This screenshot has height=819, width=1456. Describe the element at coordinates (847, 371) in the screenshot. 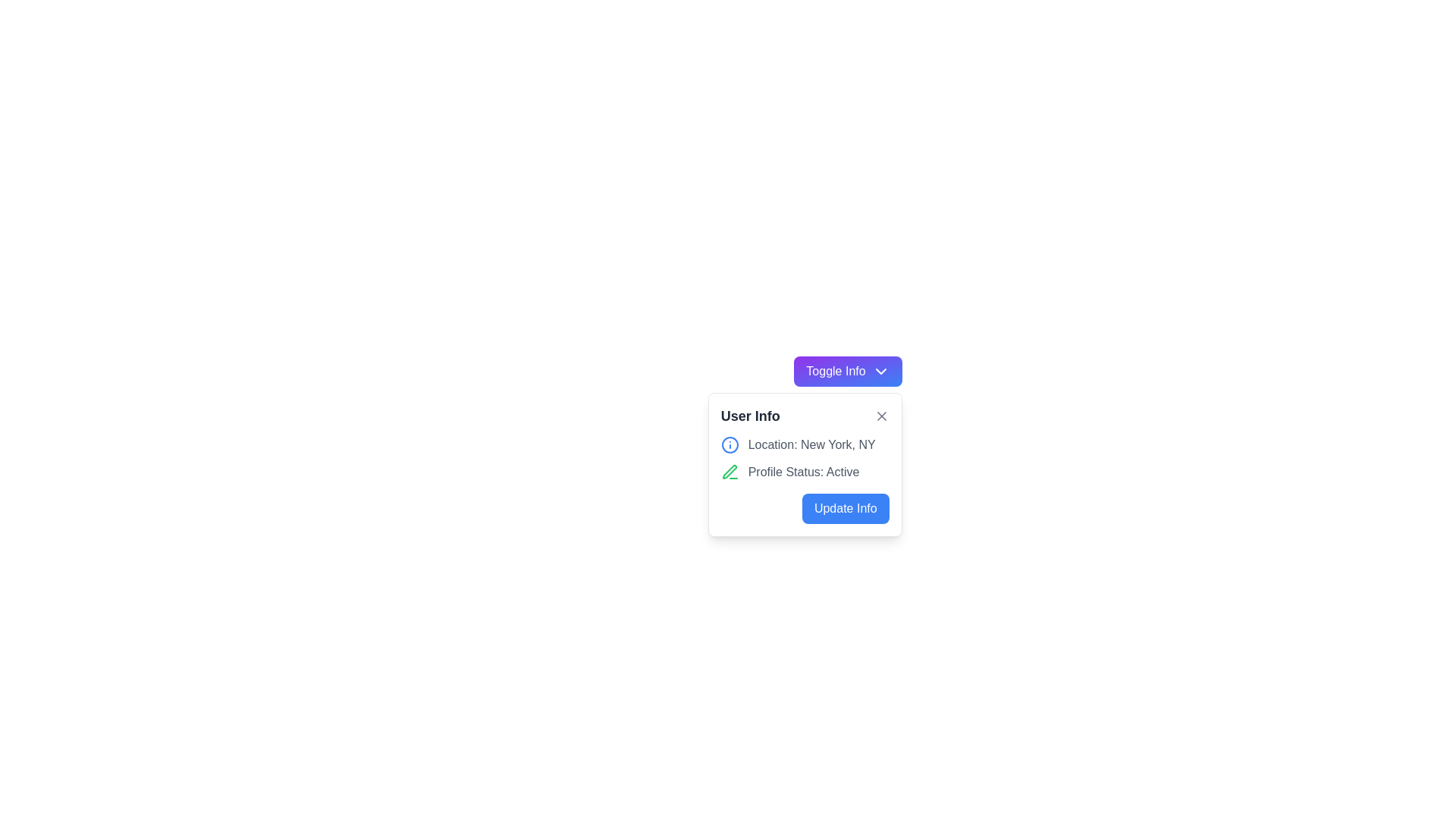

I see `the toggle button located in the top-right corner of the modal` at that location.